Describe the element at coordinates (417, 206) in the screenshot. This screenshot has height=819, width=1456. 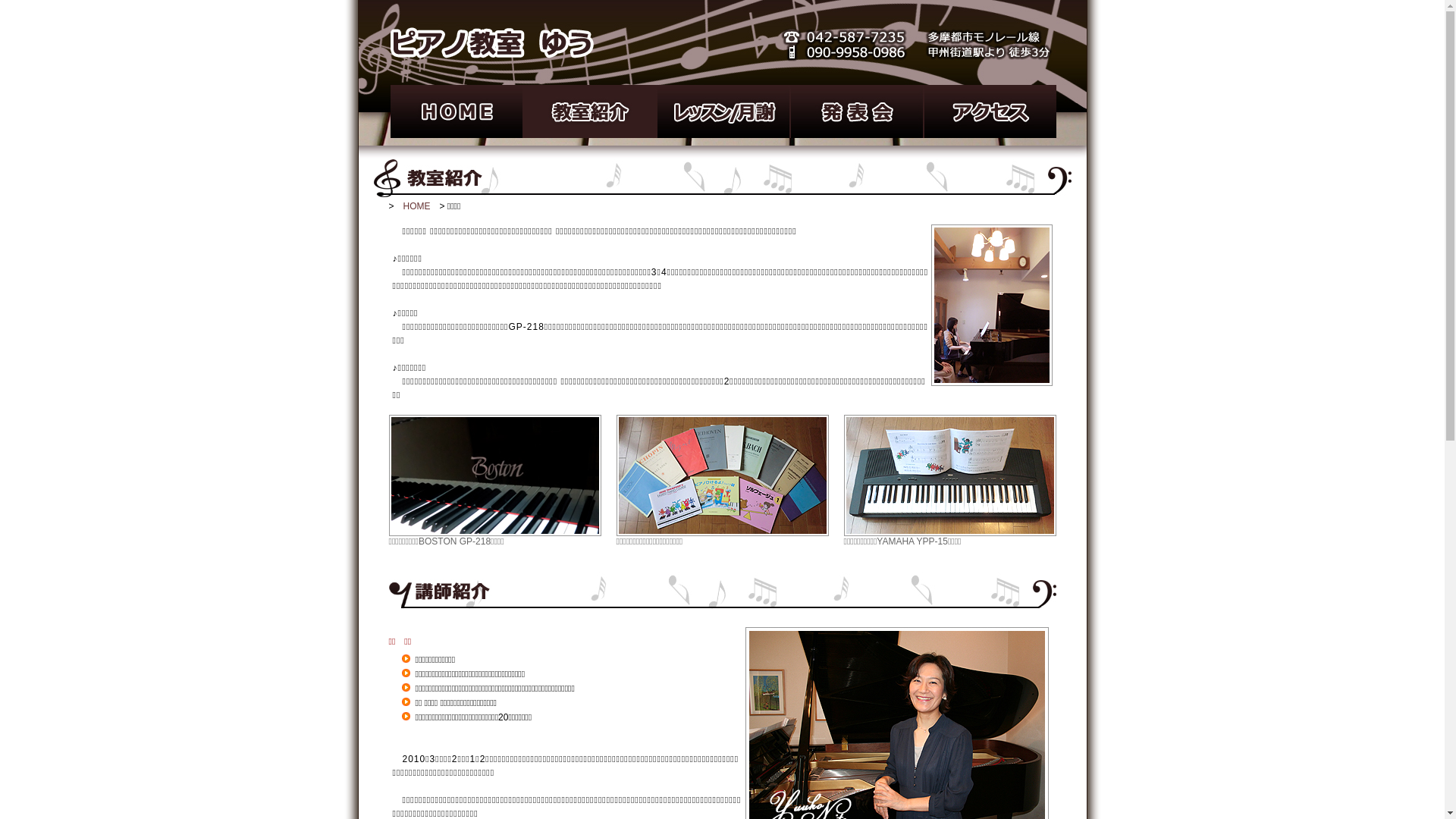
I see `'HOME'` at that location.